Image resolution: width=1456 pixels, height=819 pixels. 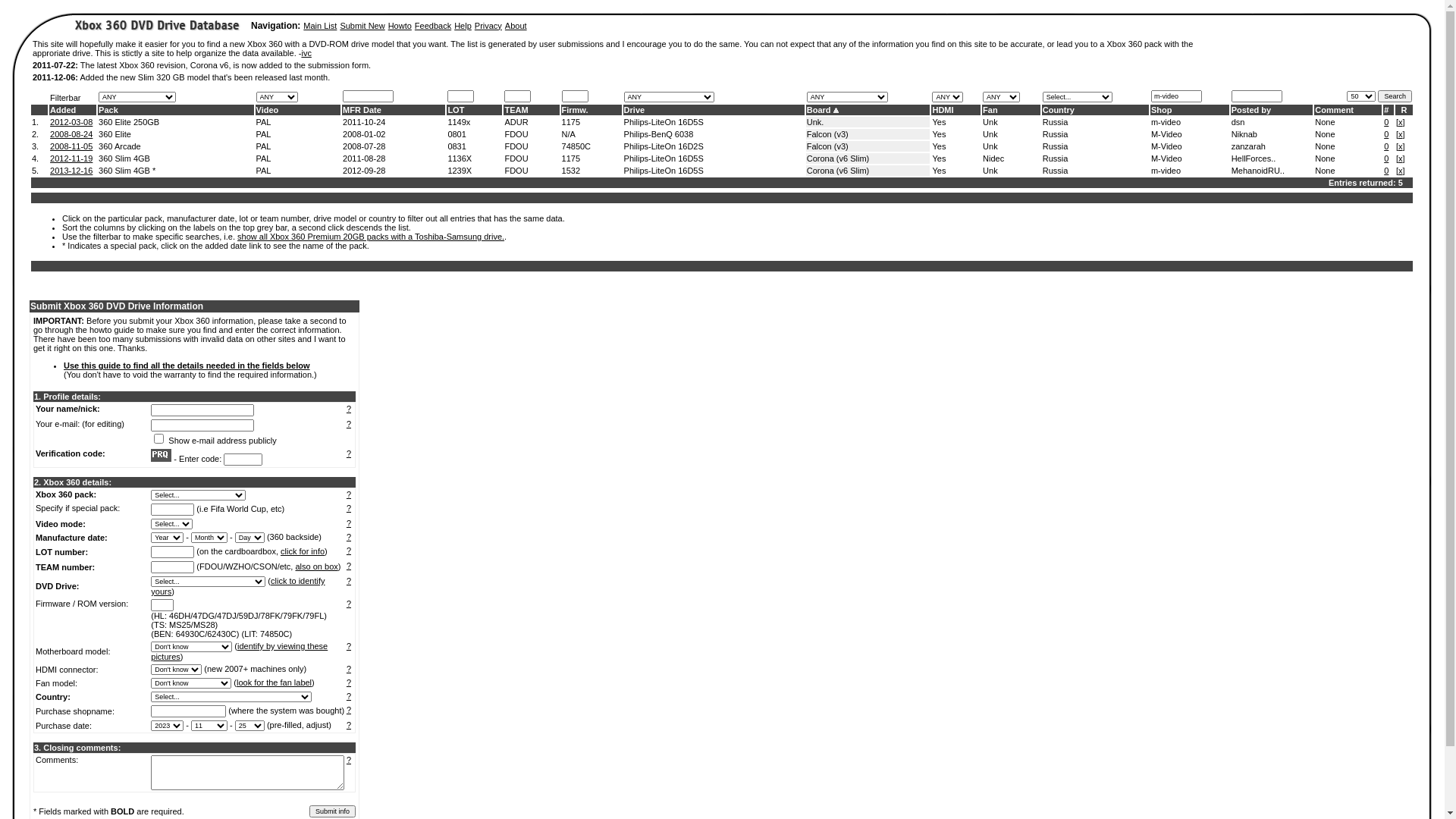 I want to click on 'Philips-LiteOn 16D5S', so click(x=664, y=121).